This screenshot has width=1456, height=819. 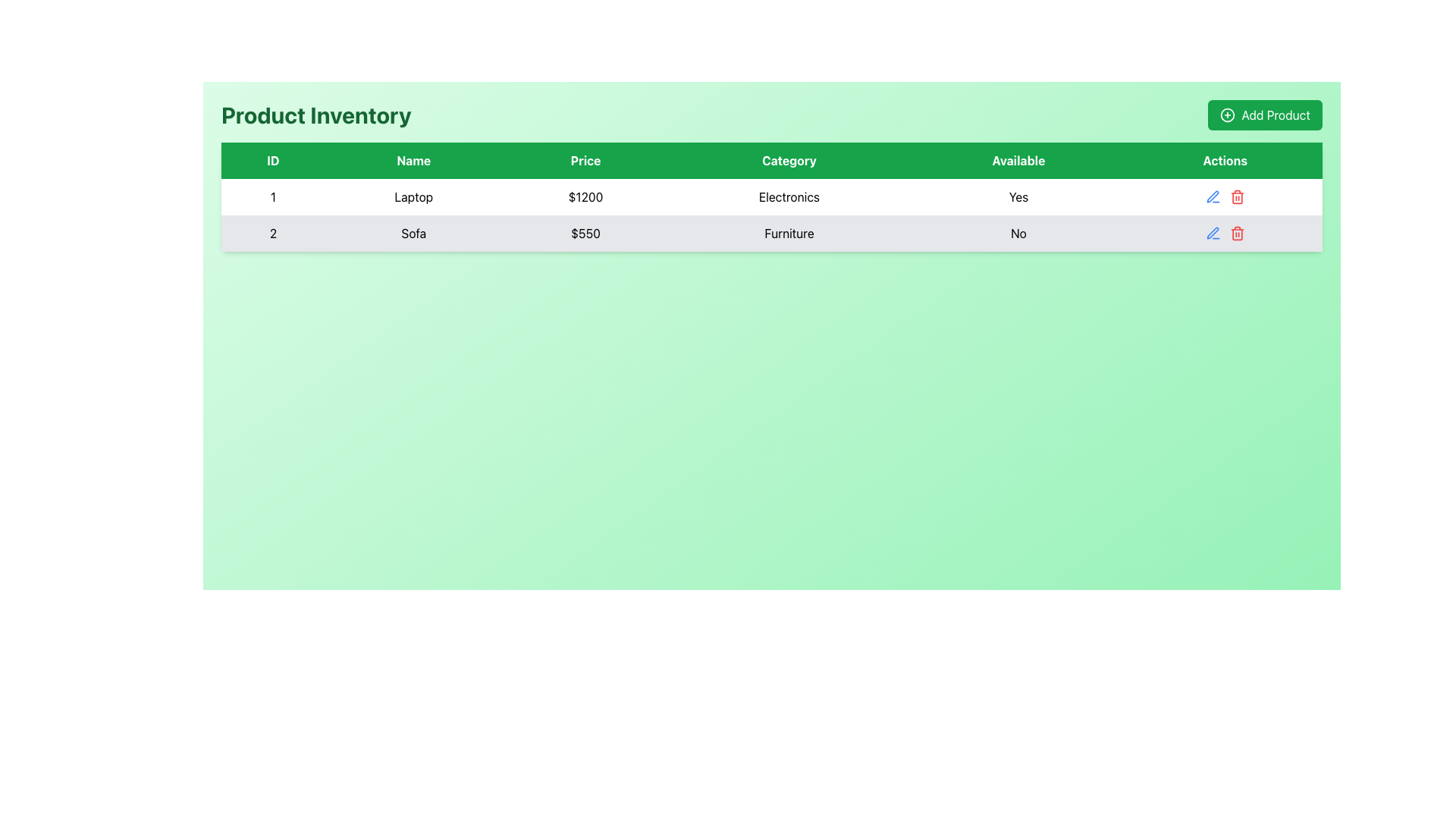 What do you see at coordinates (413, 234) in the screenshot?
I see `the text label that reads 'Sofa' in the second row under the 'Name' column of the table` at bounding box center [413, 234].